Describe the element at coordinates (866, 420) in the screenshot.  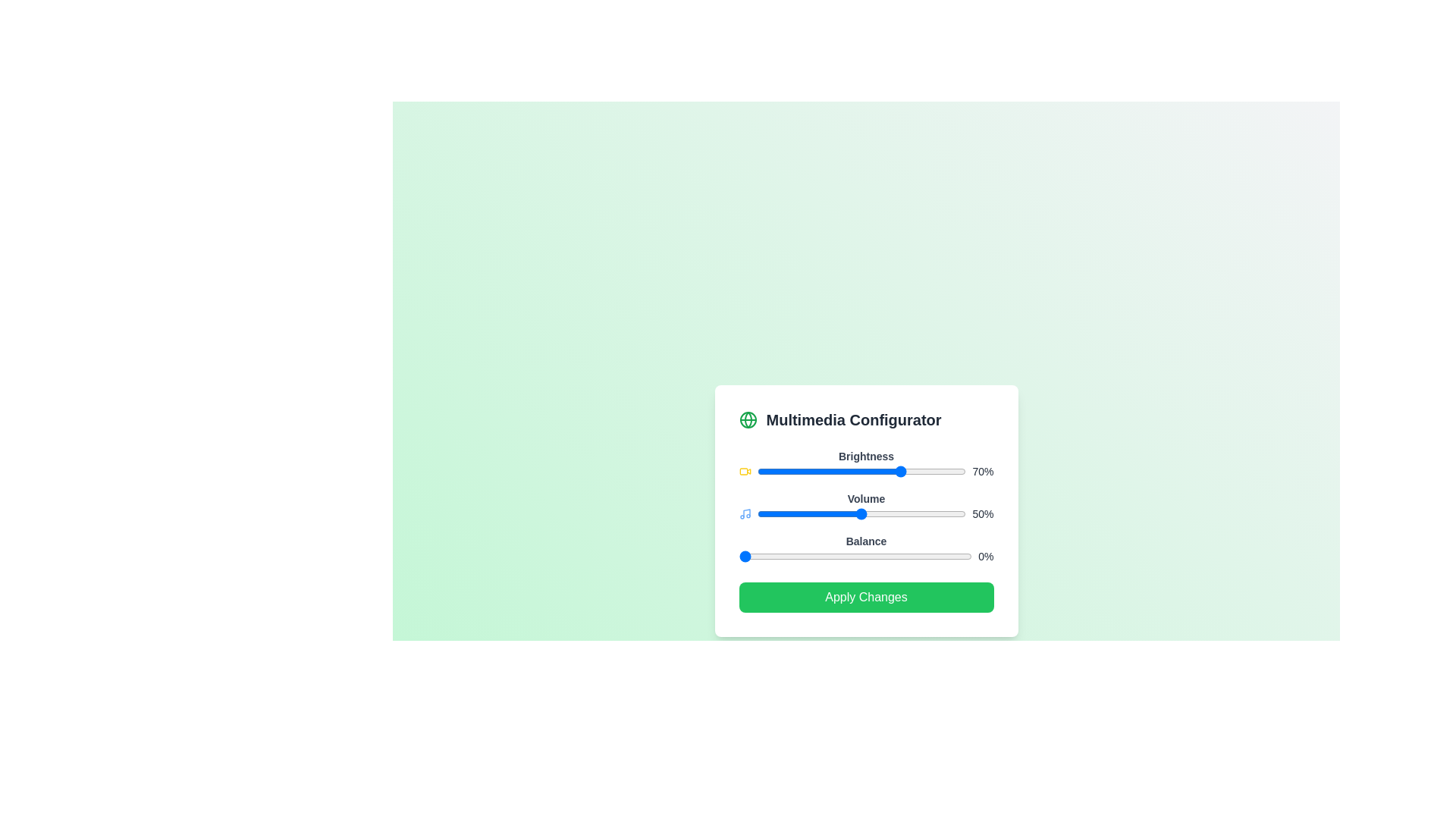
I see `the Multimedia Configurator header` at that location.